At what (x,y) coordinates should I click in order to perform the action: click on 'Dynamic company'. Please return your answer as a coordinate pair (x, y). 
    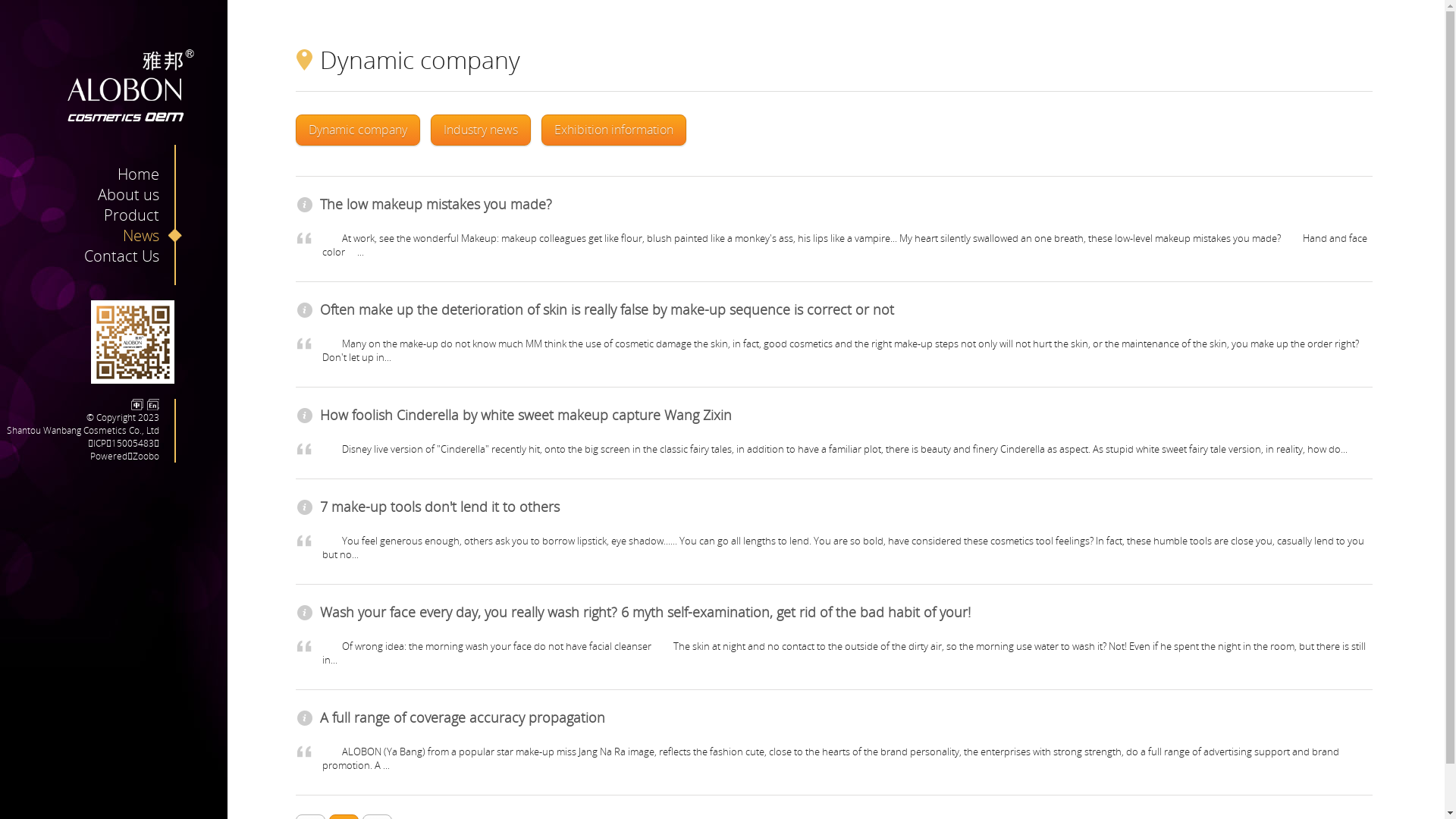
    Looking at the image, I should click on (356, 129).